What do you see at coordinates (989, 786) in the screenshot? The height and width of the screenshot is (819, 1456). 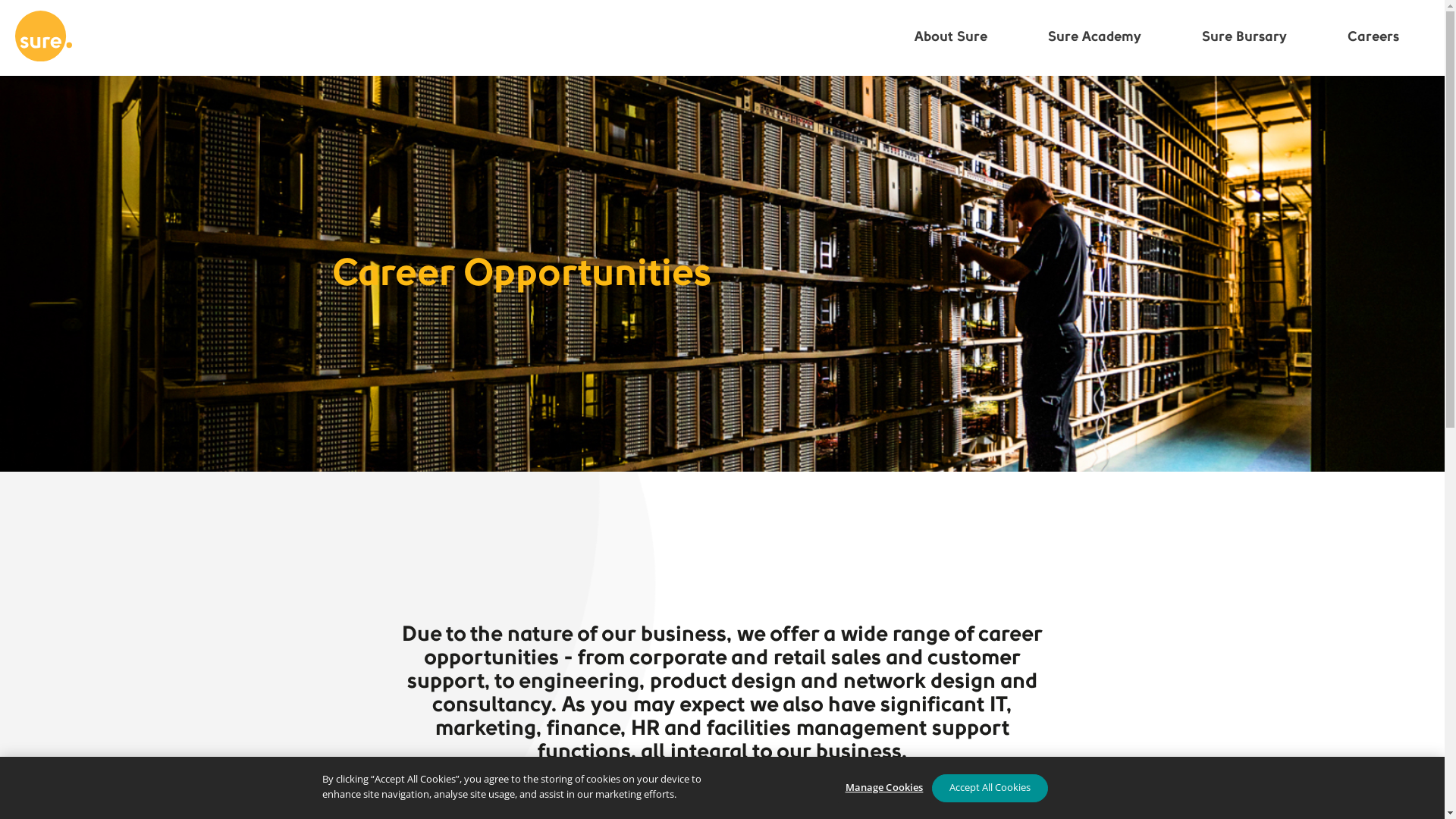 I see `'Accept All Cookies'` at bounding box center [989, 786].